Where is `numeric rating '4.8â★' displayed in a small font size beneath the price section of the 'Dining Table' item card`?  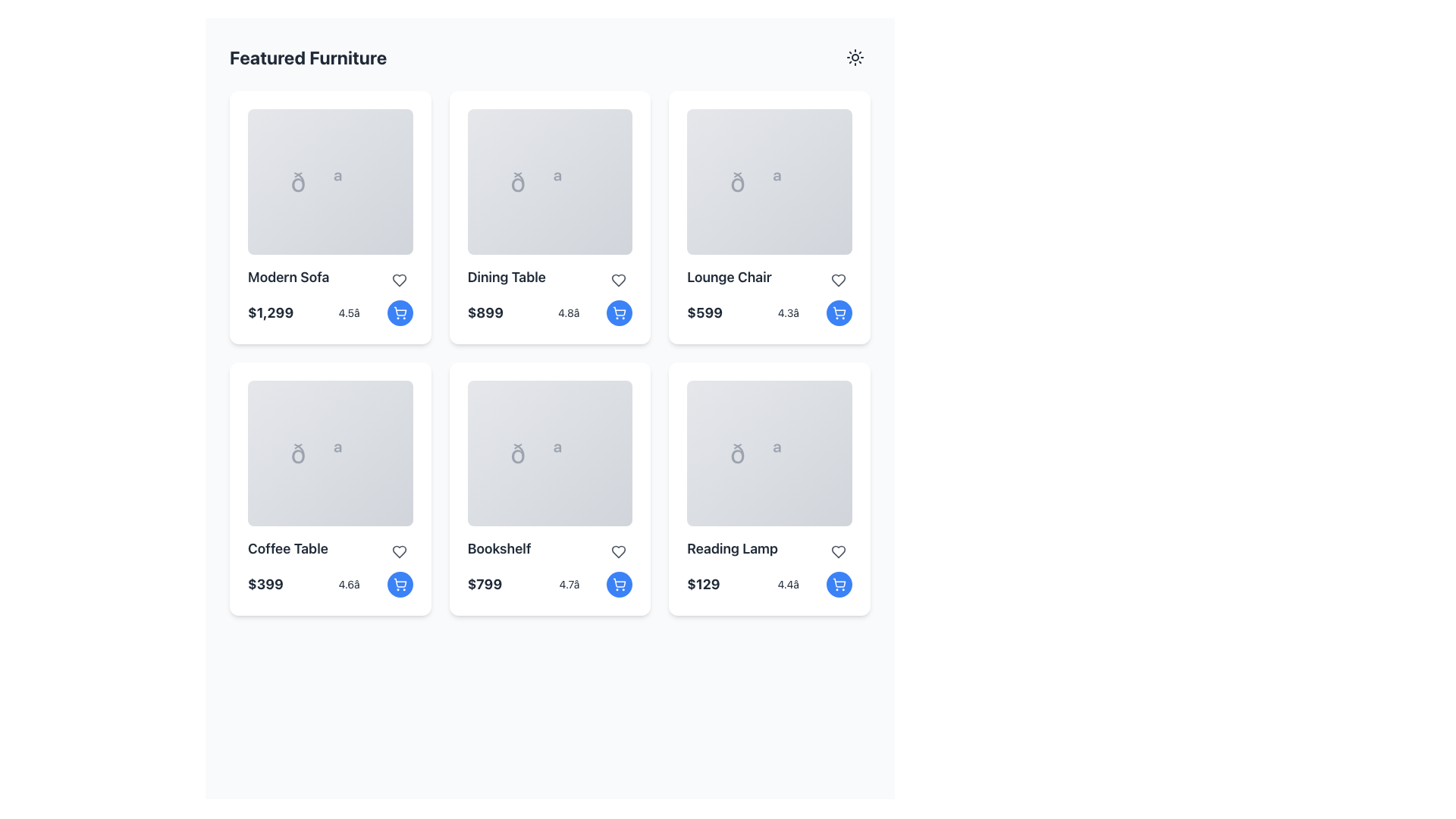 numeric rating '4.8â★' displayed in a small font size beneath the price section of the 'Dining Table' item card is located at coordinates (579, 312).